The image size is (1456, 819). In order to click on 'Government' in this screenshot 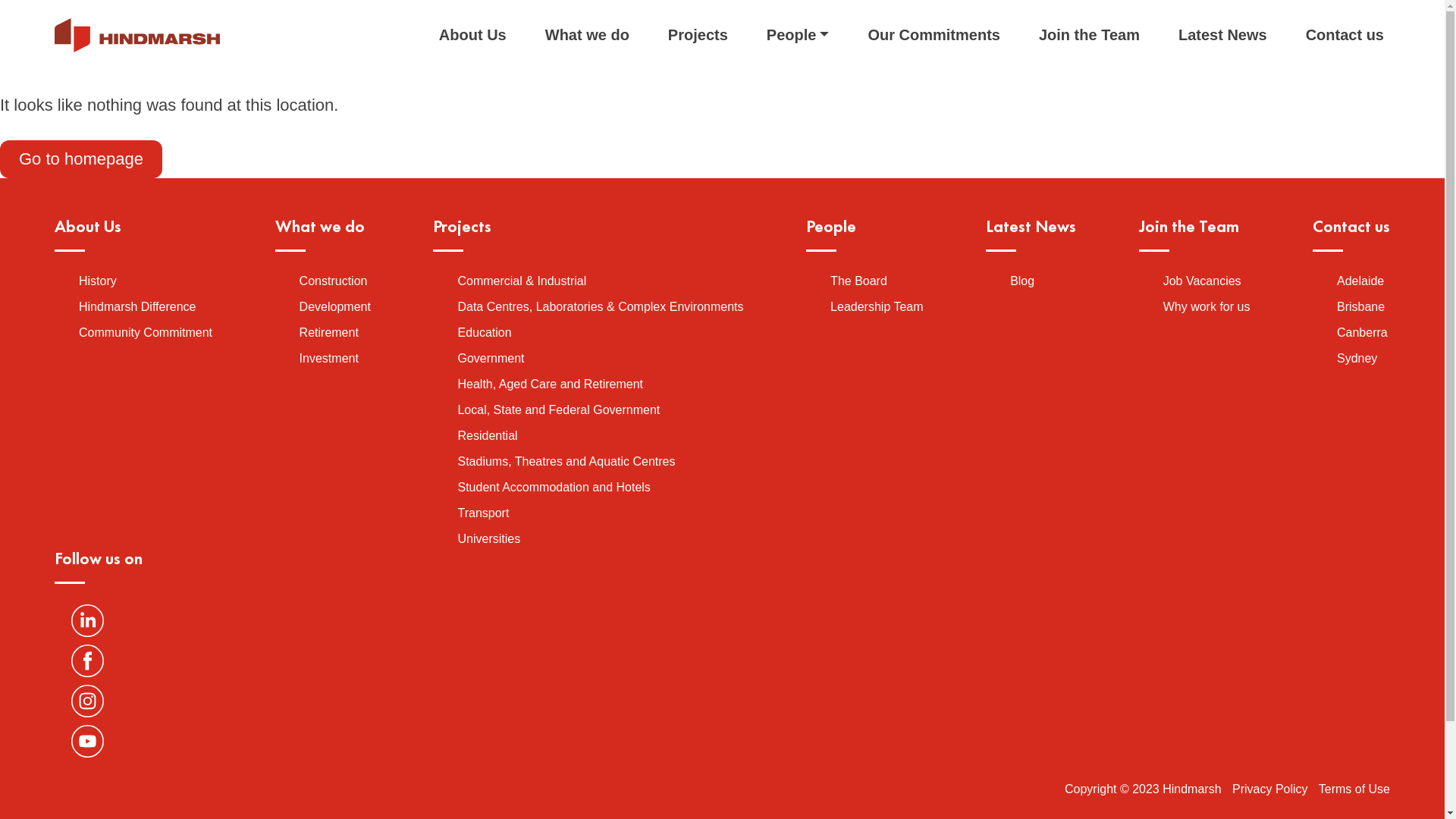, I will do `click(491, 358)`.